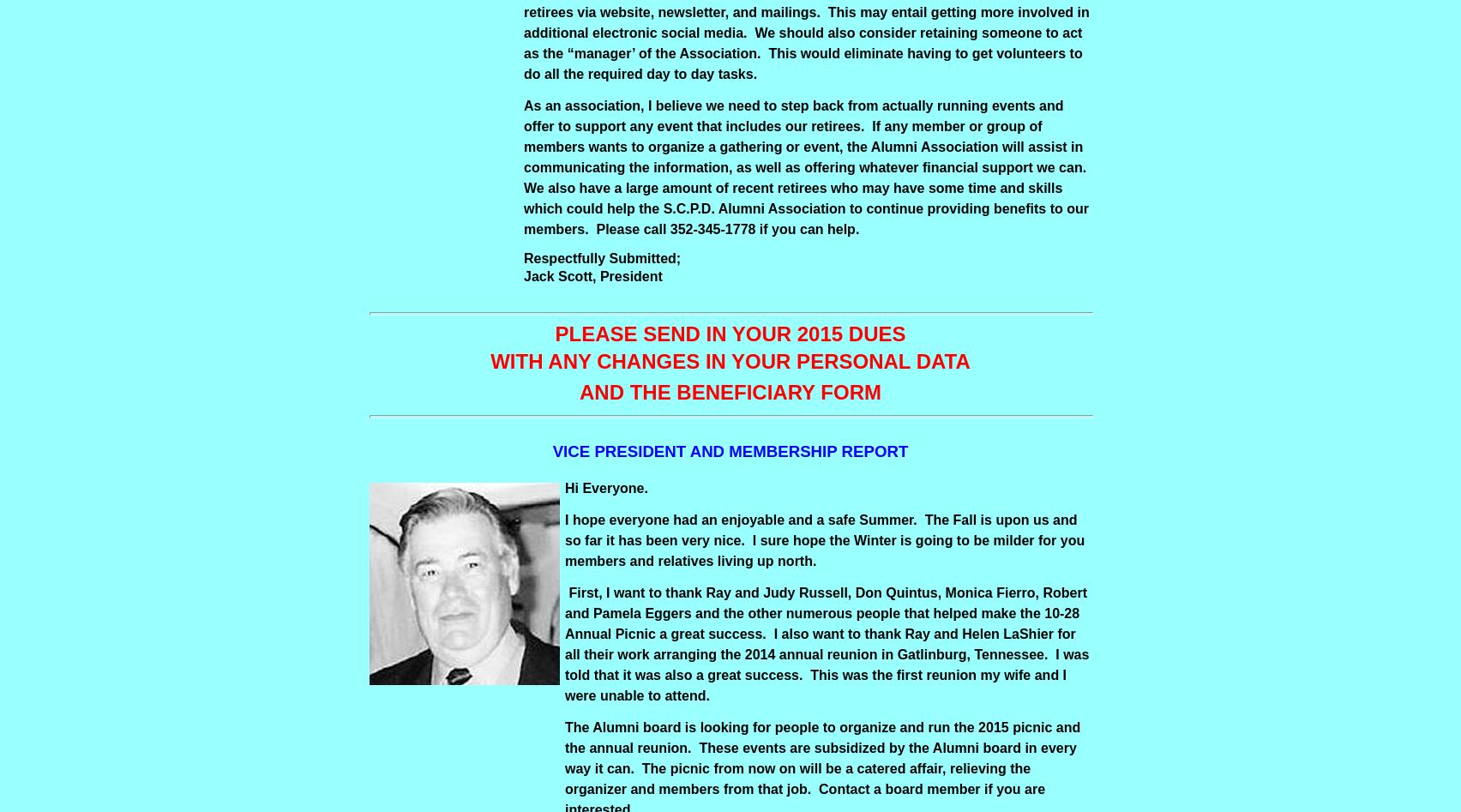  I want to click on 'support
we can.  We also have a large amount of recent retirees who may
have some time and skills which could help the S.C.P.D. Alumni
Association to continue providing benefits to our members.  Please
call', so click(806, 197).